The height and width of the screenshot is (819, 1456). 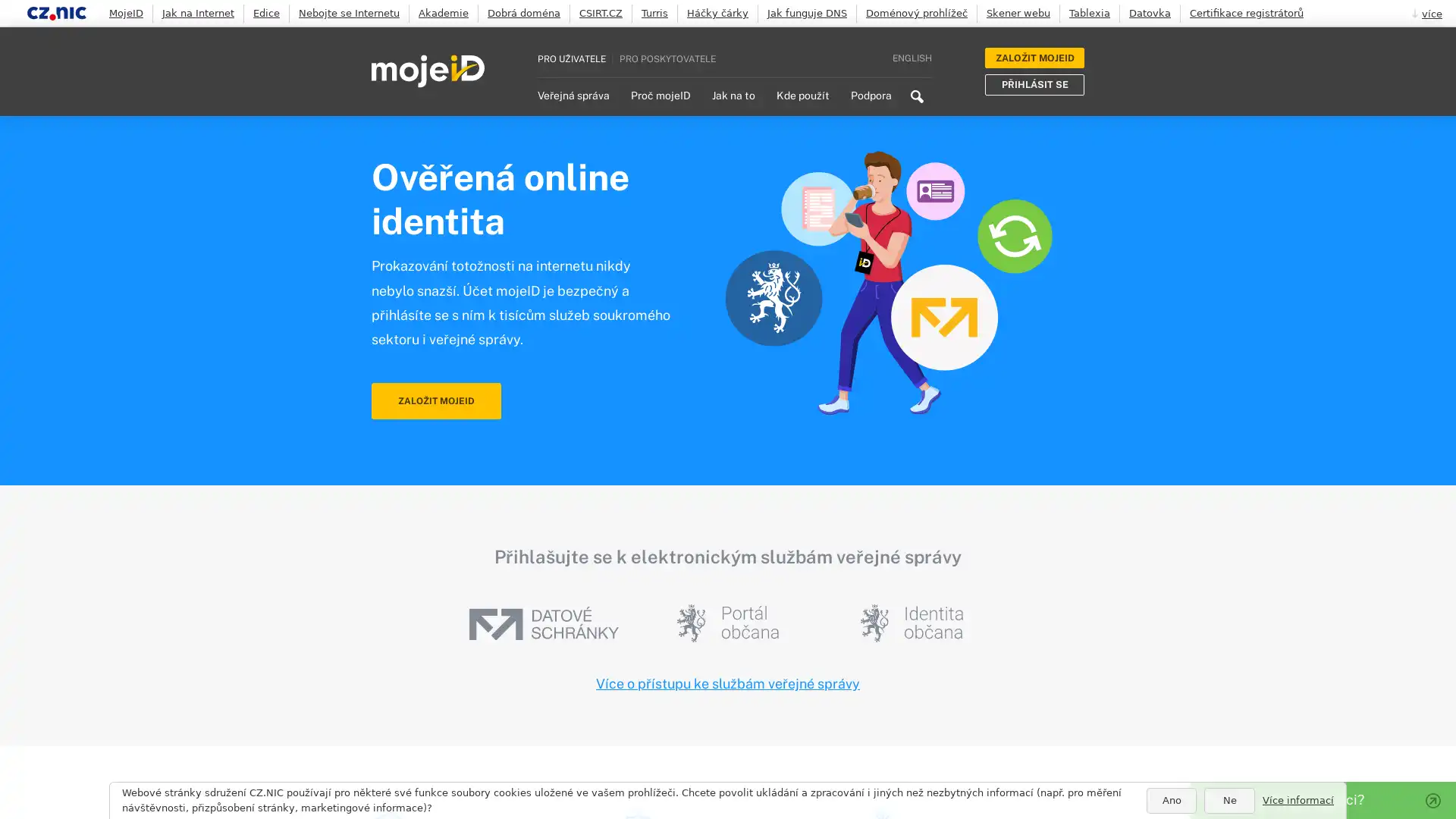 I want to click on Ano, so click(x=1170, y=800).